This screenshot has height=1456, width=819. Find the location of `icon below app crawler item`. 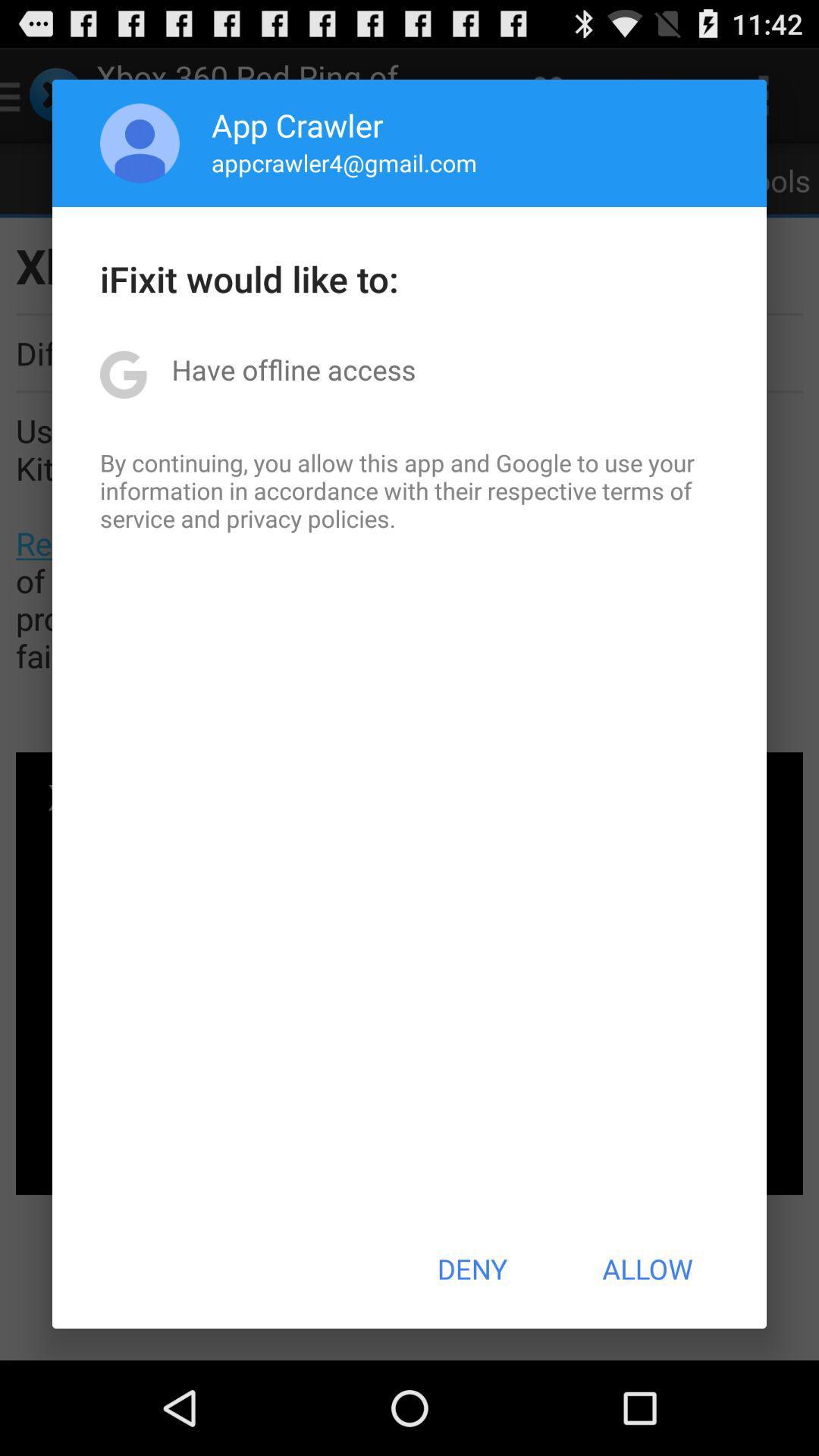

icon below app crawler item is located at coordinates (344, 162).